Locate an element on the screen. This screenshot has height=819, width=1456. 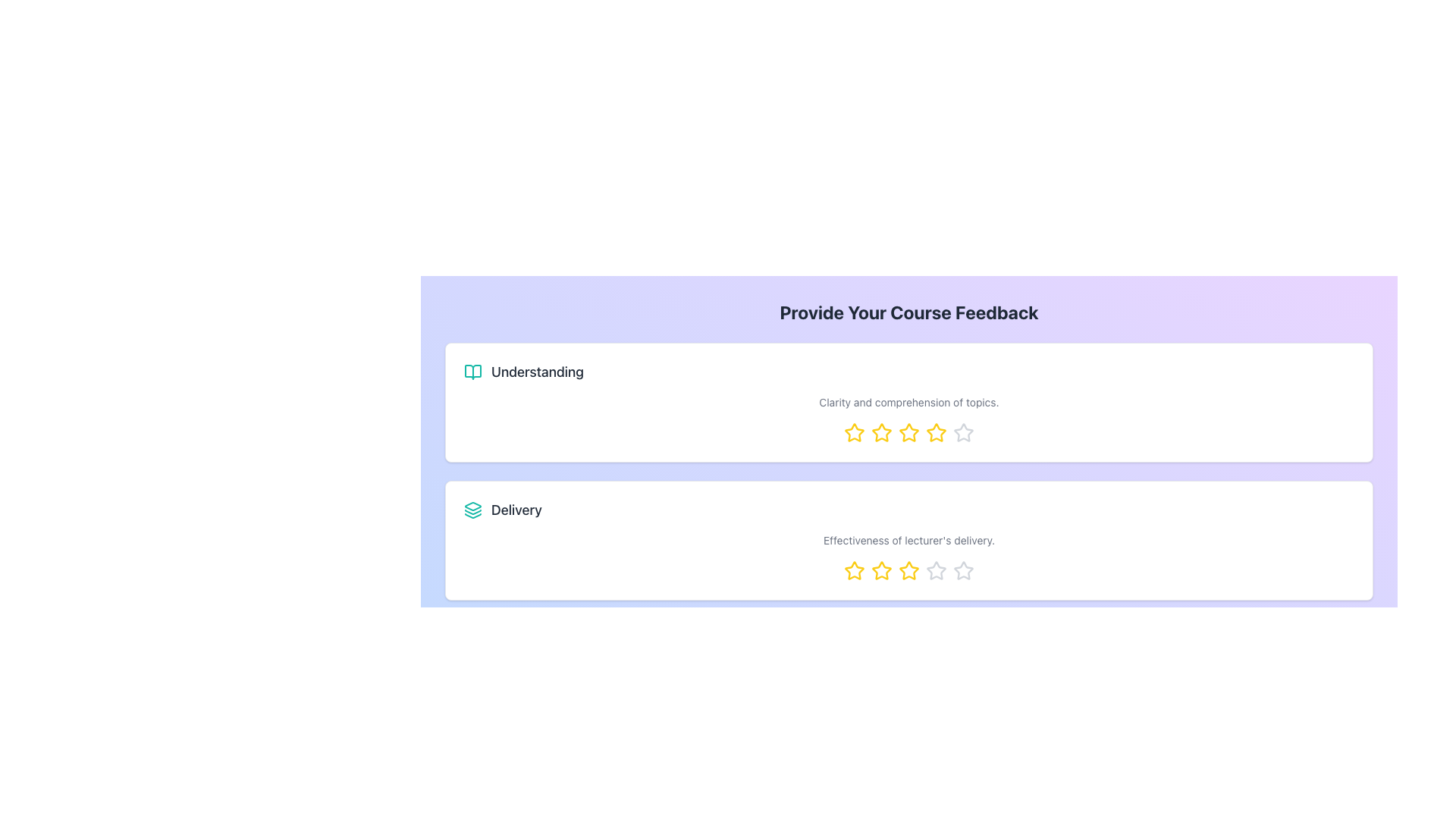
the third star button from the left in the row of five stars for rating under the 'Understanding' section is located at coordinates (881, 432).